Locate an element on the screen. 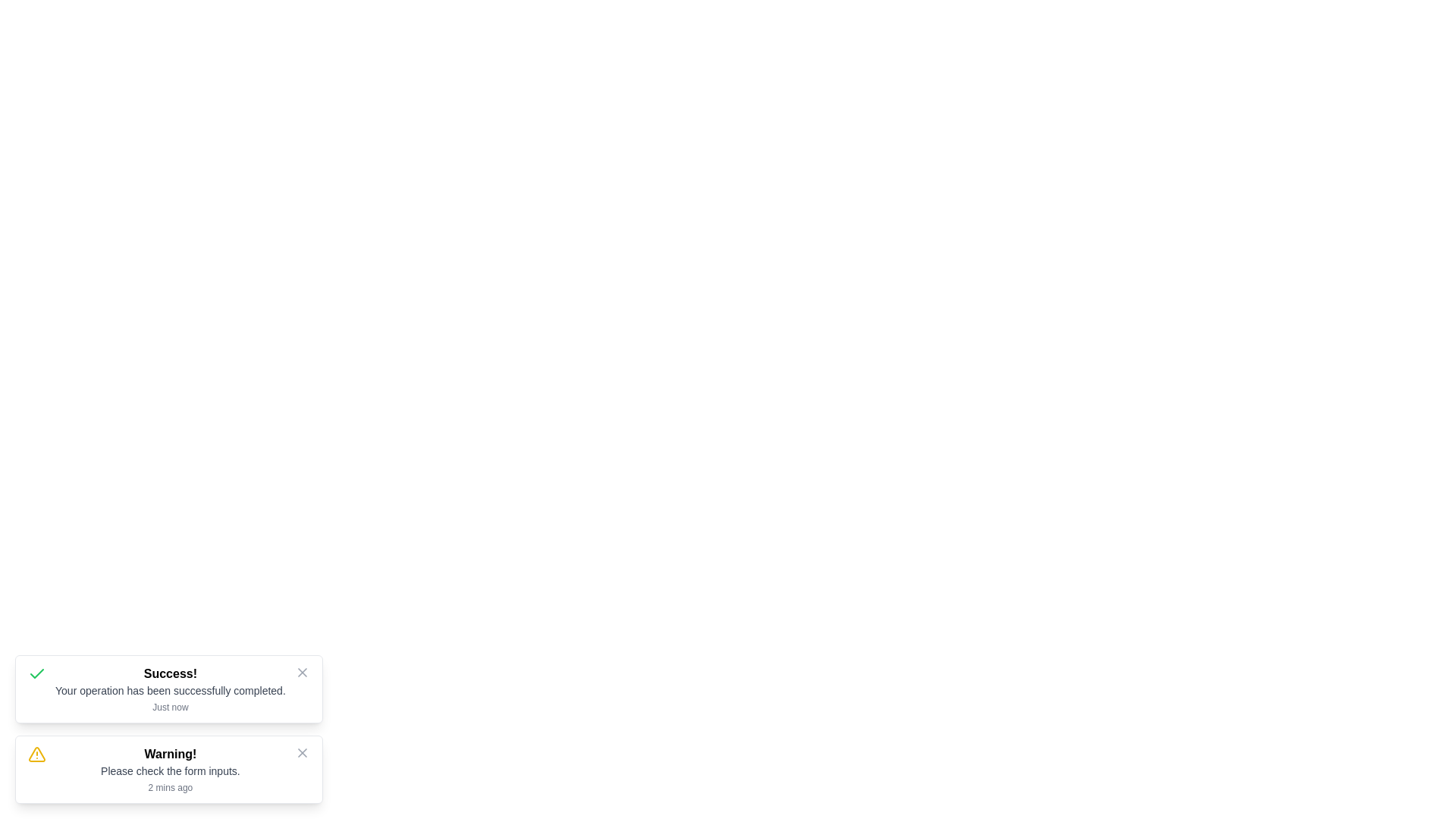 The width and height of the screenshot is (1456, 819). the notification area to highlight it is located at coordinates (168, 689).